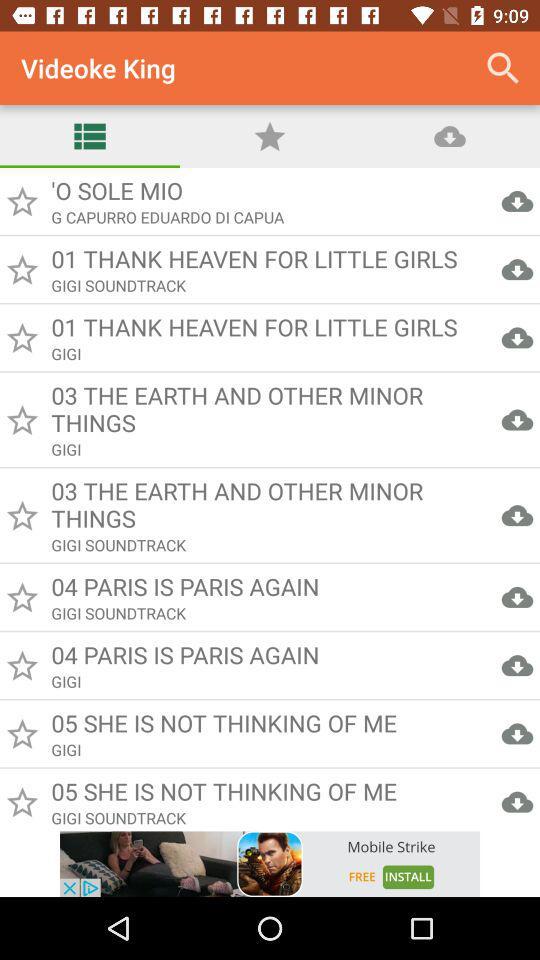 The height and width of the screenshot is (960, 540). I want to click on available files to download, so click(270, 498).